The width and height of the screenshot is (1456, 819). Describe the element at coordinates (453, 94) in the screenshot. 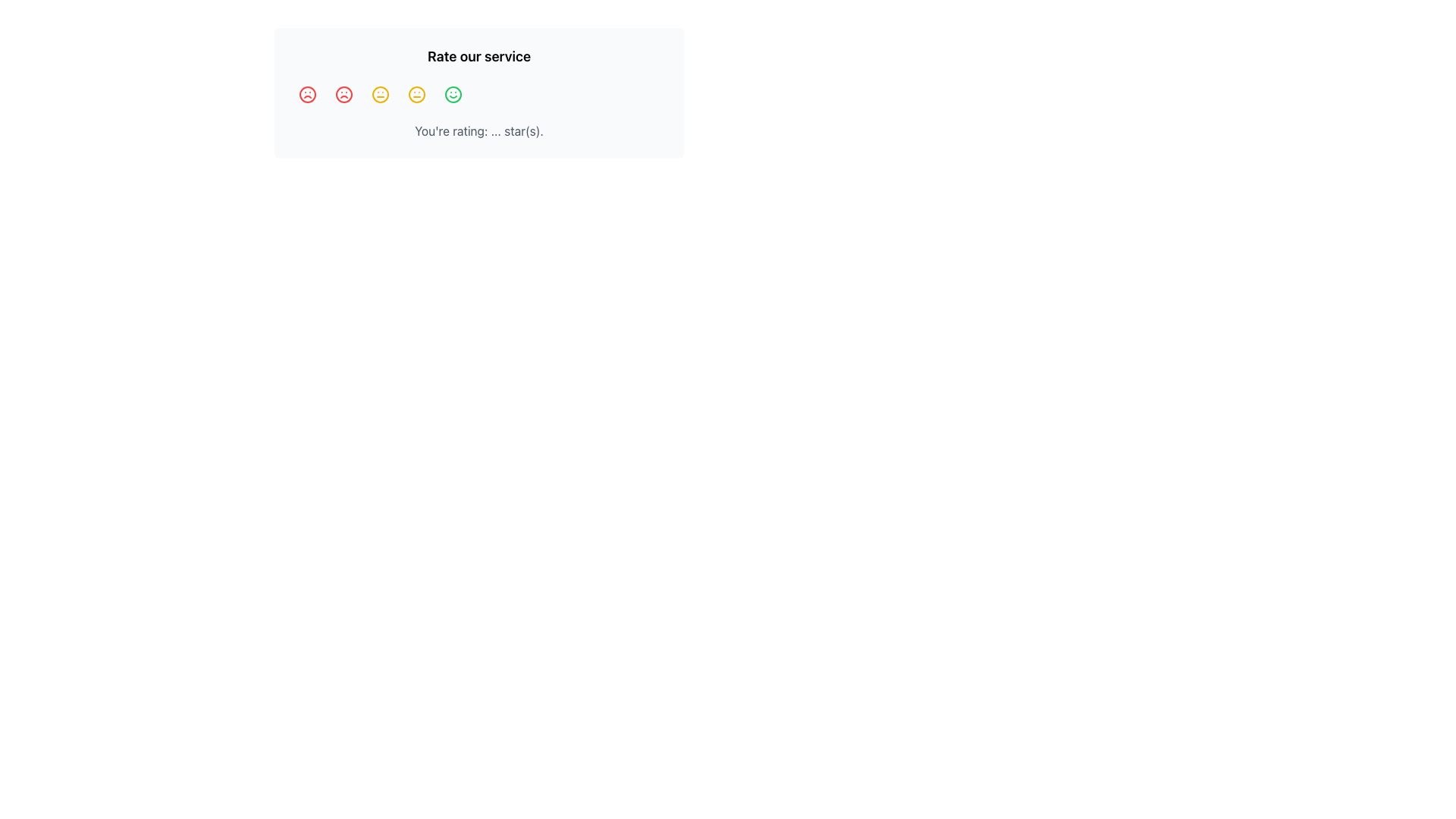

I see `the very positive feedback button represented by the smiling face, which is the last icon` at that location.